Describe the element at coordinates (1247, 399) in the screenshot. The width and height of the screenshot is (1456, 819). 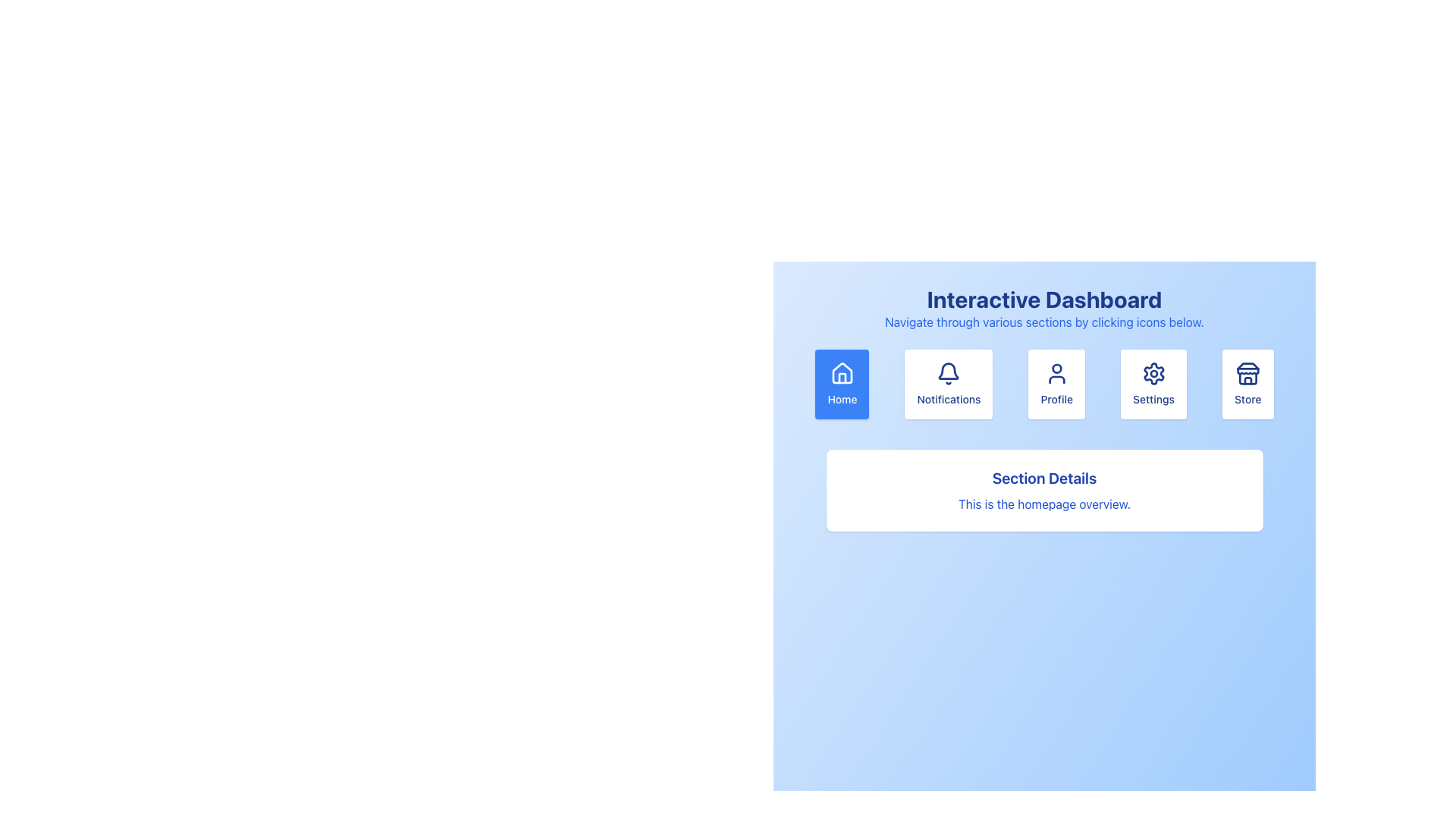
I see `the static text label that displays the word 'Store', which is positioned below the storefront icon in the navigation options` at that location.